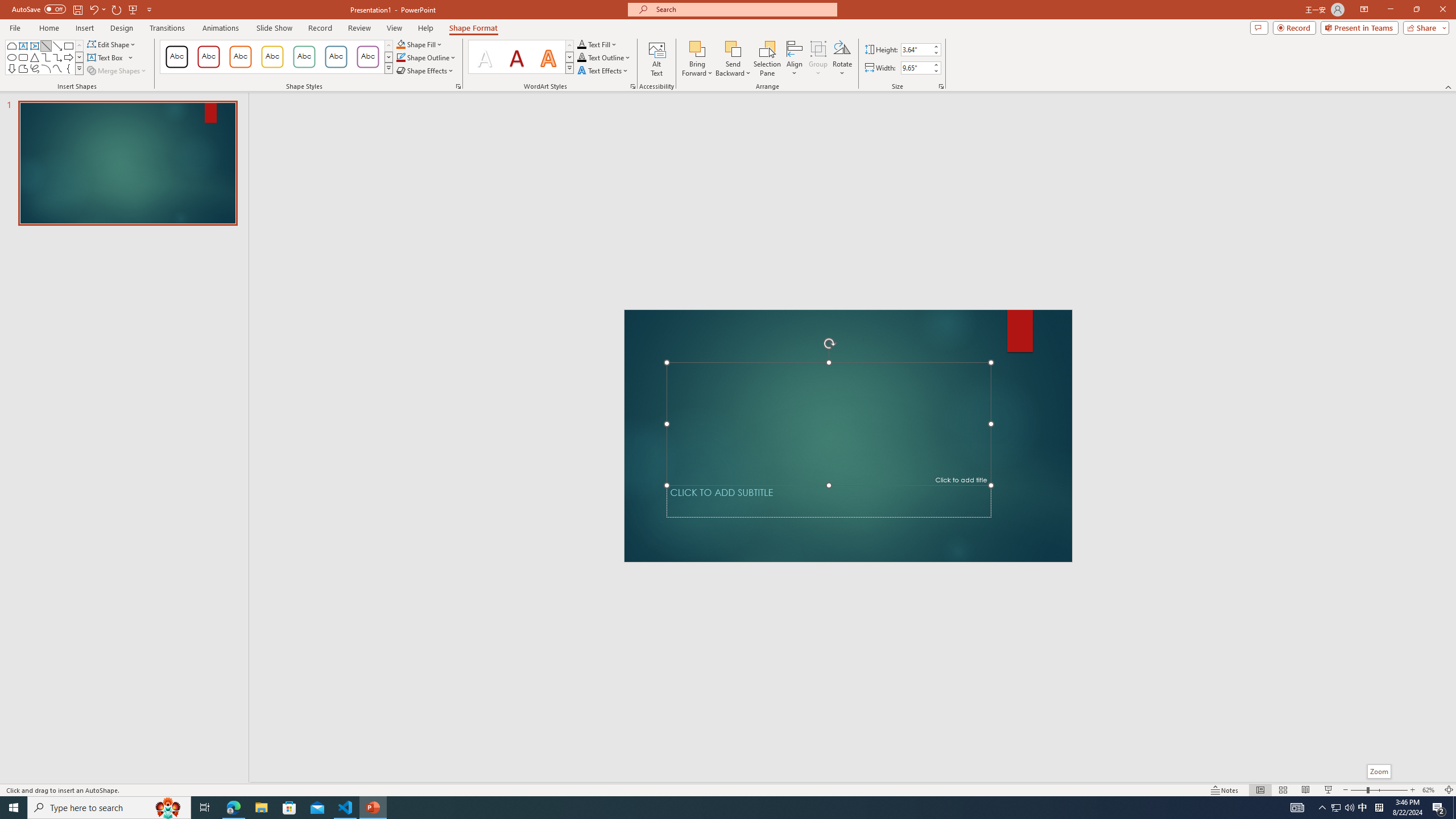 The image size is (1456, 819). I want to click on 'Colored Outline - Gold, Accent 3', so click(271, 56).